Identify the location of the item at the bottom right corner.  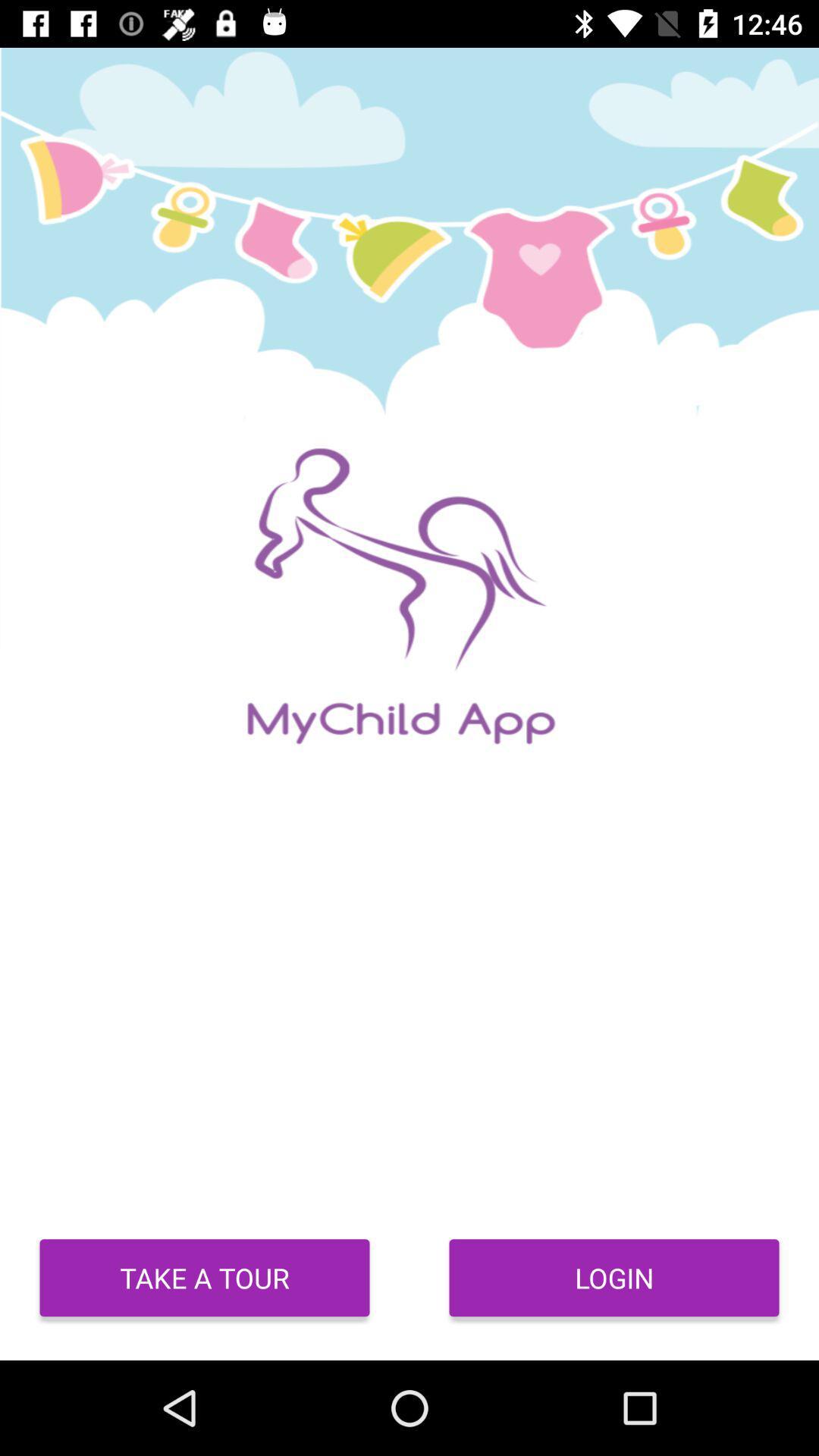
(614, 1277).